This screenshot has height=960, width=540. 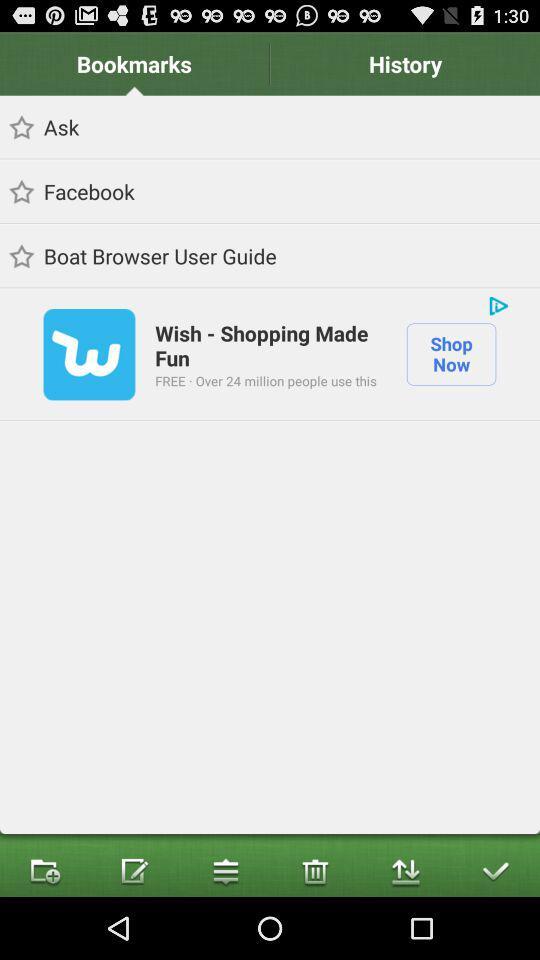 What do you see at coordinates (451, 354) in the screenshot?
I see `the shop now app` at bounding box center [451, 354].